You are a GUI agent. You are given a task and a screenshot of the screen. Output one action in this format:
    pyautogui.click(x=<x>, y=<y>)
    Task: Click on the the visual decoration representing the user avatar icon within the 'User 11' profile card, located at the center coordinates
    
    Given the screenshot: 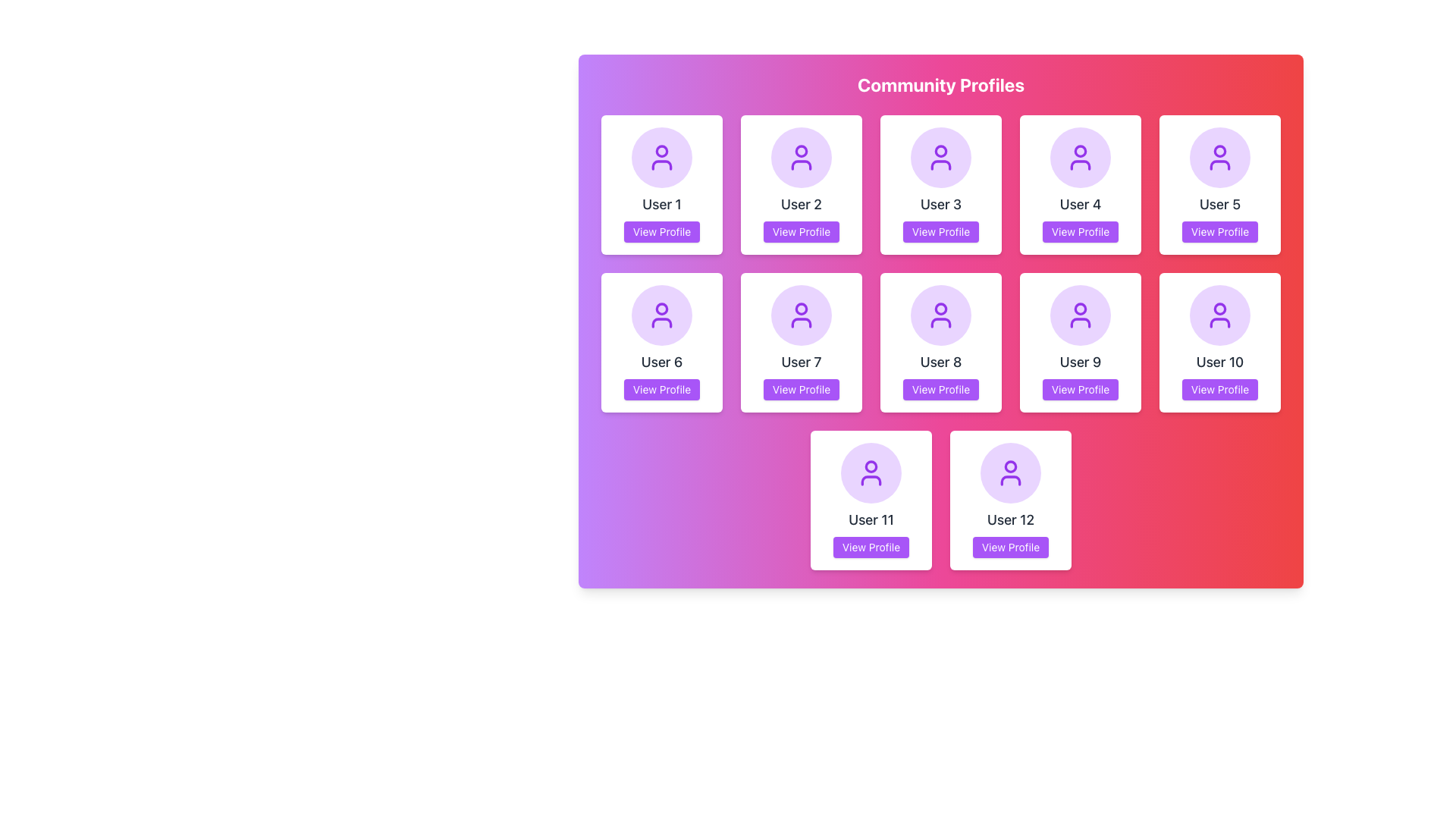 What is the action you would take?
    pyautogui.click(x=871, y=465)
    